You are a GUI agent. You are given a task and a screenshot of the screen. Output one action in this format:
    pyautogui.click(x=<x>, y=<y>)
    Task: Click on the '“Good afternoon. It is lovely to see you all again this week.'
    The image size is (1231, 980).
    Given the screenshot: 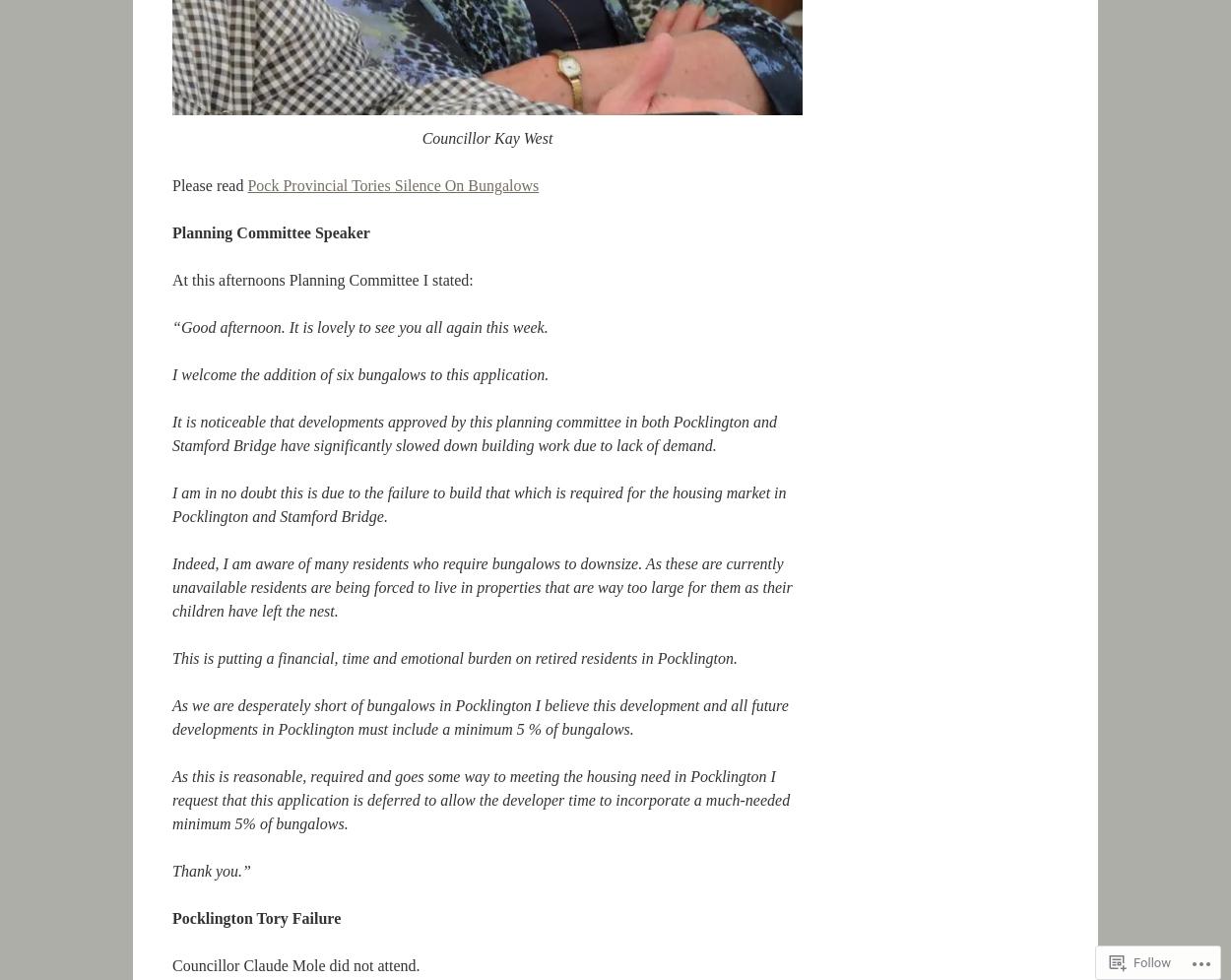 What is the action you would take?
    pyautogui.click(x=358, y=327)
    